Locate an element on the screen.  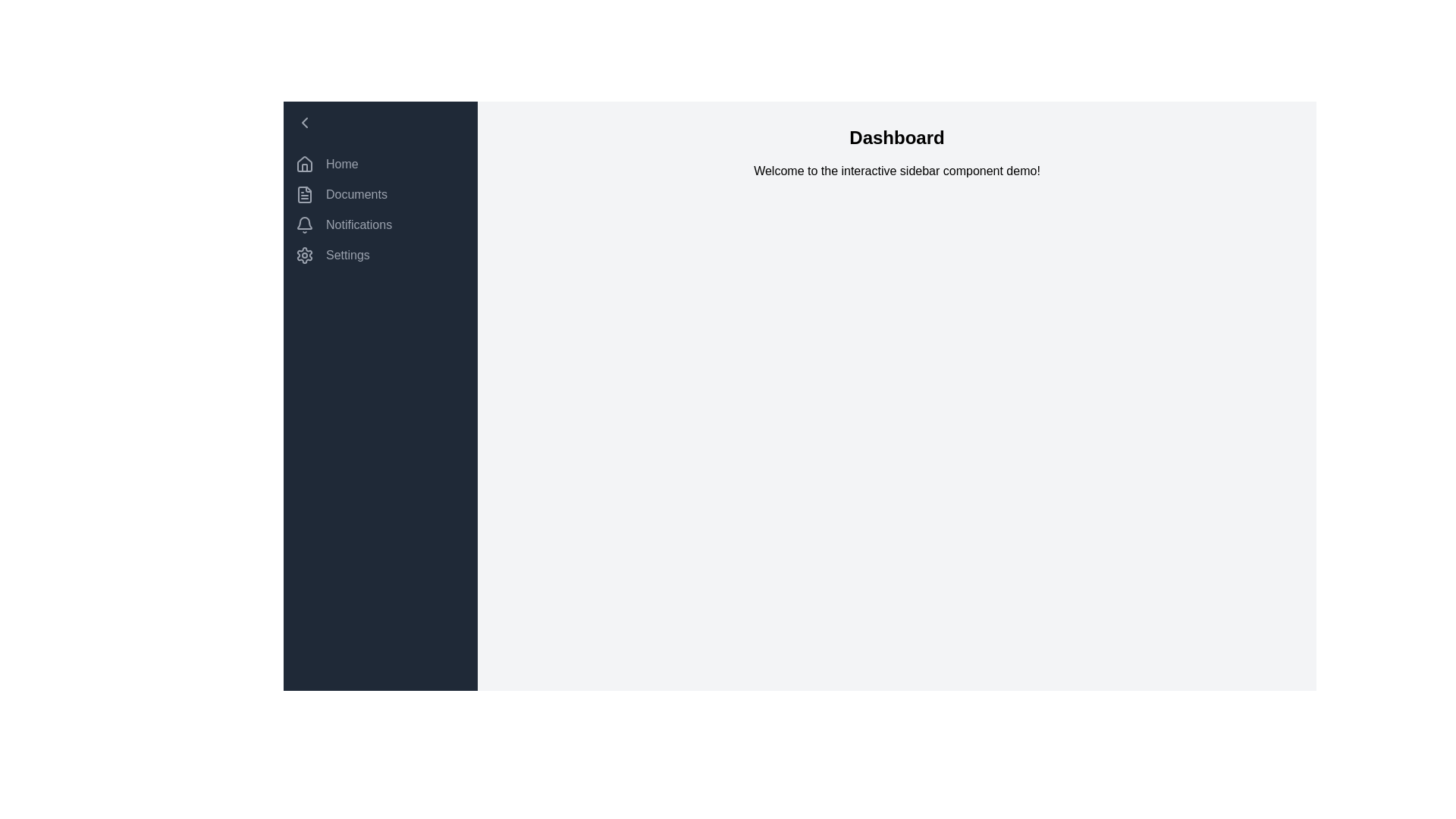
the navigation item Home in the sidebar is located at coordinates (381, 164).